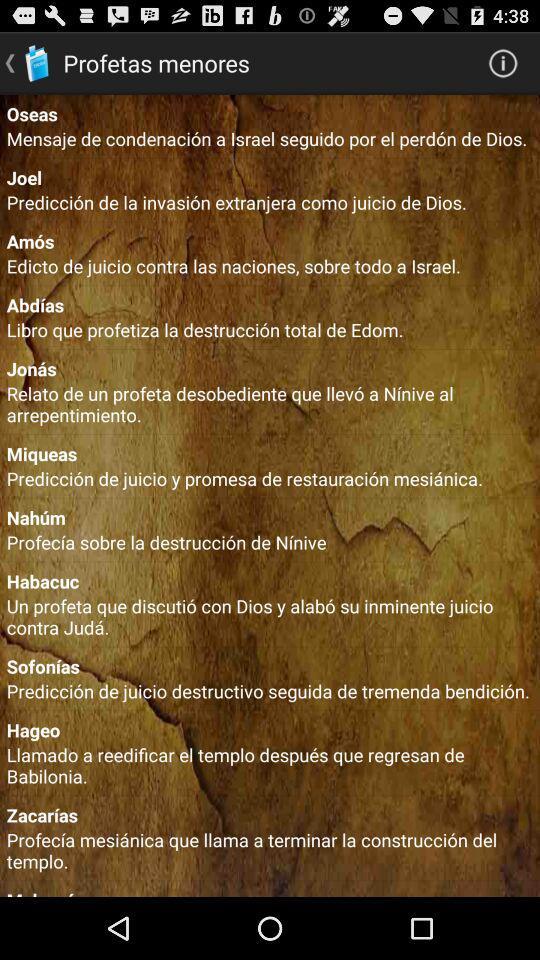 Image resolution: width=540 pixels, height=960 pixels. What do you see at coordinates (270, 304) in the screenshot?
I see `the app above the libro que profetiza app` at bounding box center [270, 304].